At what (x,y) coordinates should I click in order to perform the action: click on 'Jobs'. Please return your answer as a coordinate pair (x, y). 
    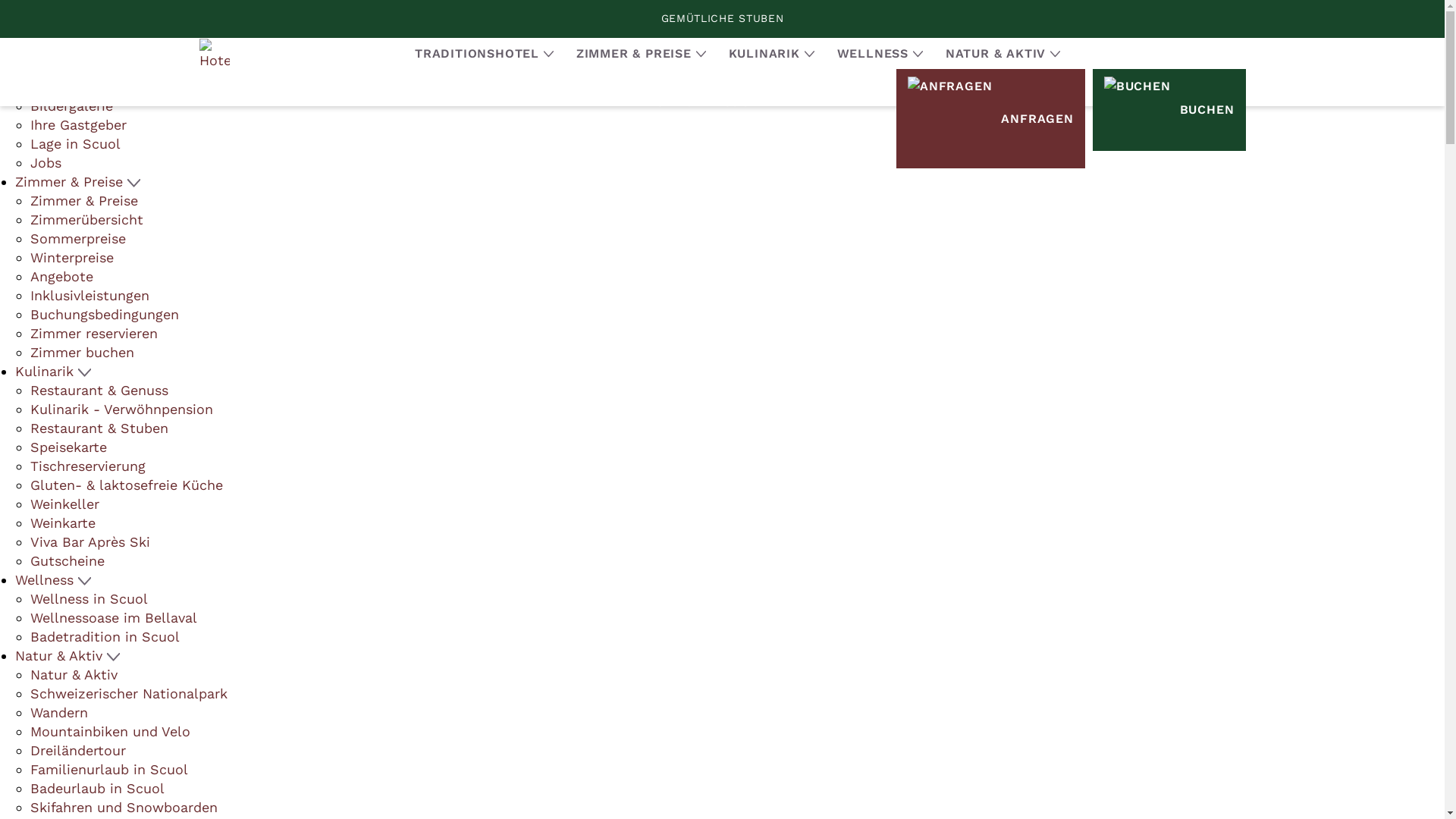
    Looking at the image, I should click on (45, 162).